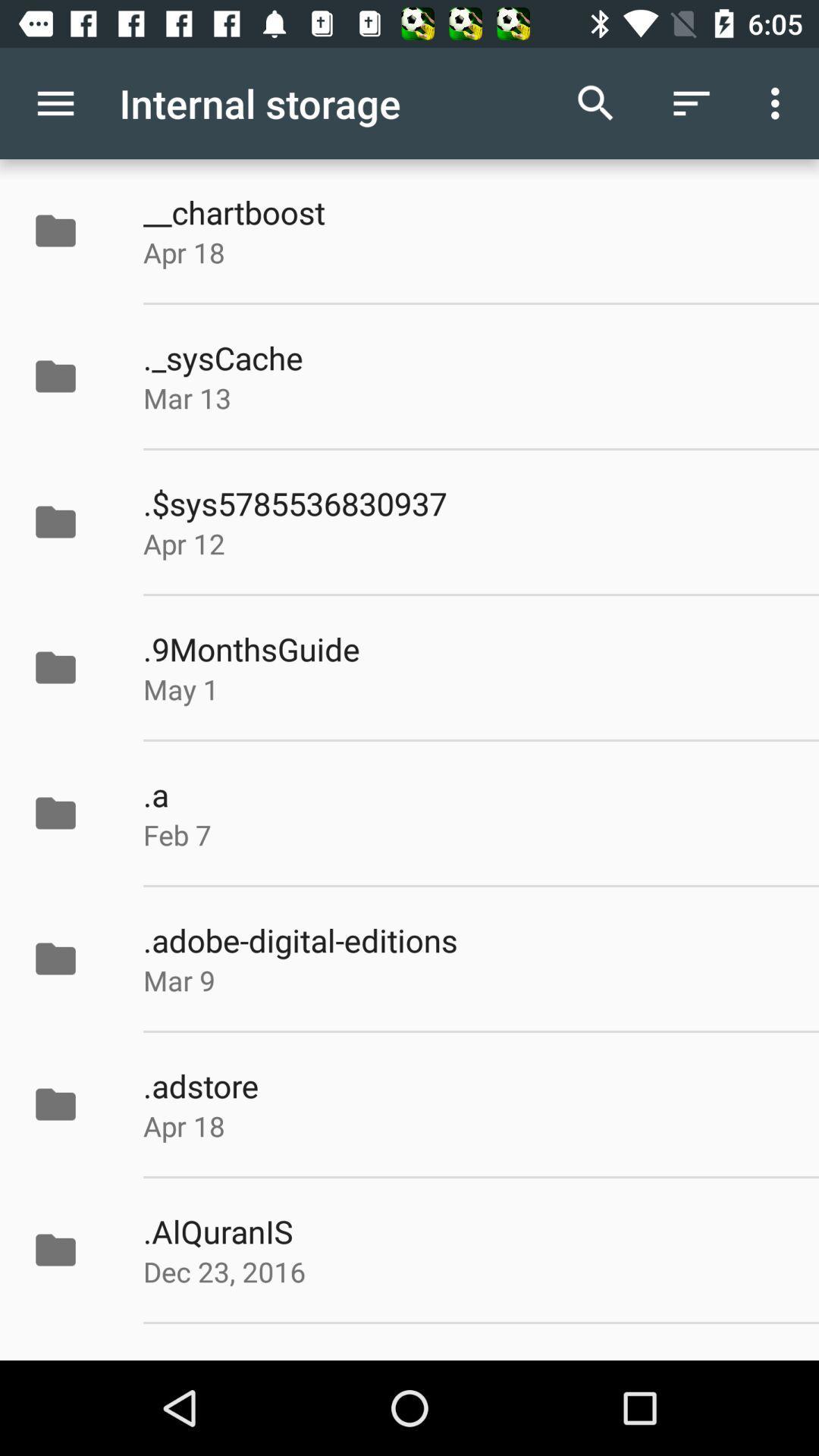 The height and width of the screenshot is (1456, 819). What do you see at coordinates (71, 1104) in the screenshot?
I see `the icon which is left to the text adstore` at bounding box center [71, 1104].